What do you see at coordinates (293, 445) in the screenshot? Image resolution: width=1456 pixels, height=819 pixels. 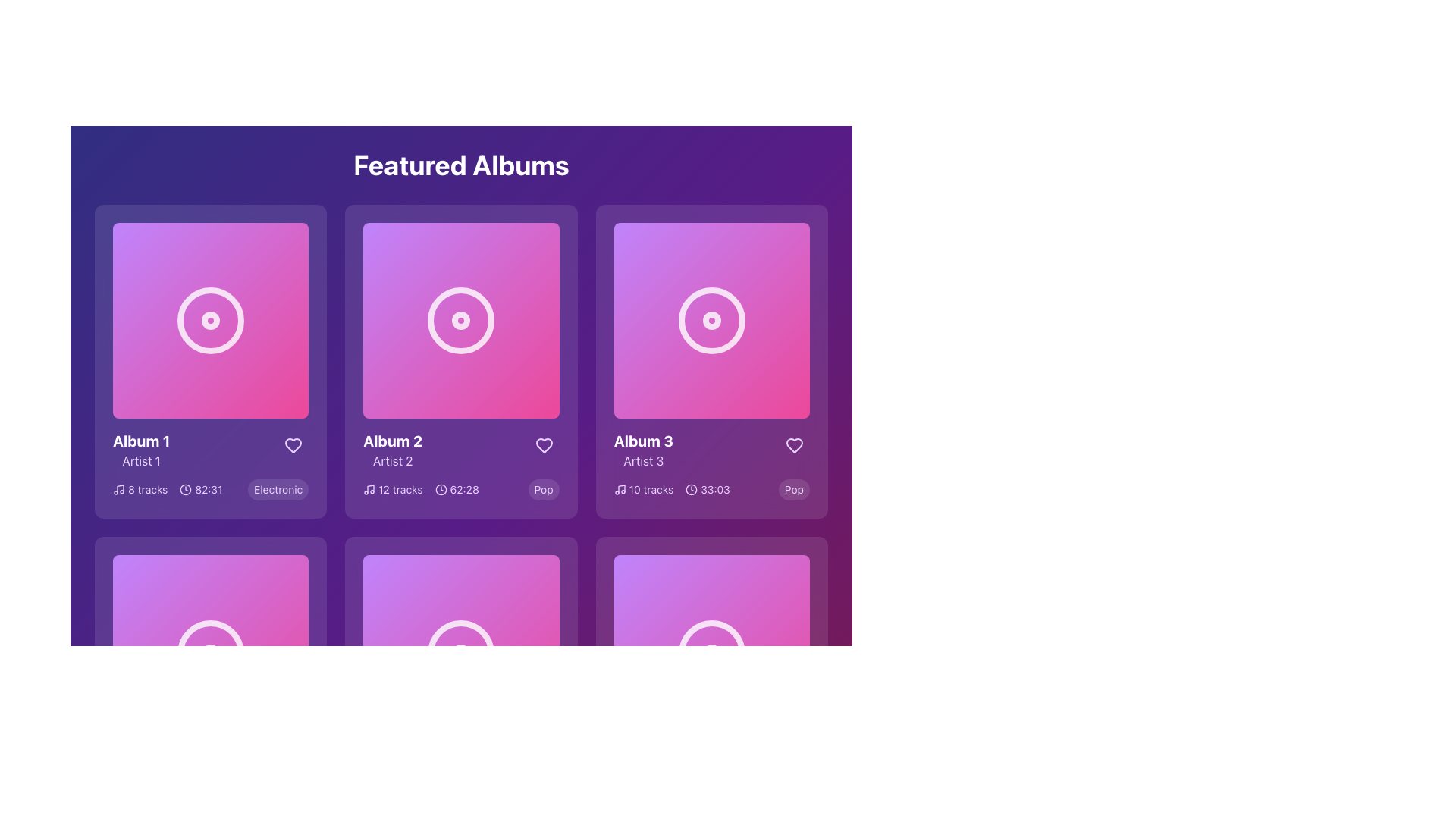 I see `the favorite marker icon button located at the bottom-right corner of the 'Album 1 by Artist 1' card` at bounding box center [293, 445].